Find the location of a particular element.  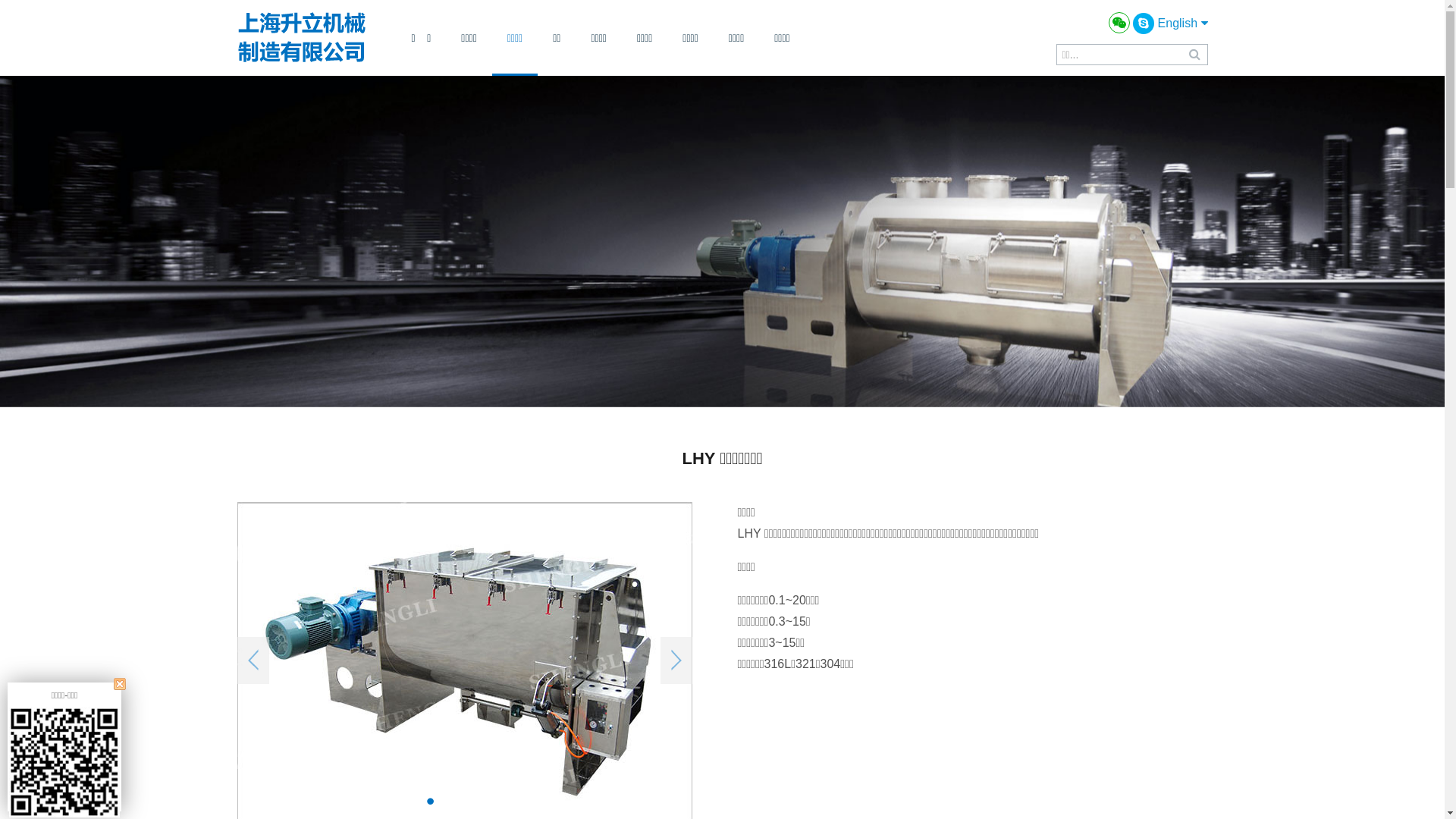

'Previous' is located at coordinates (236, 660).